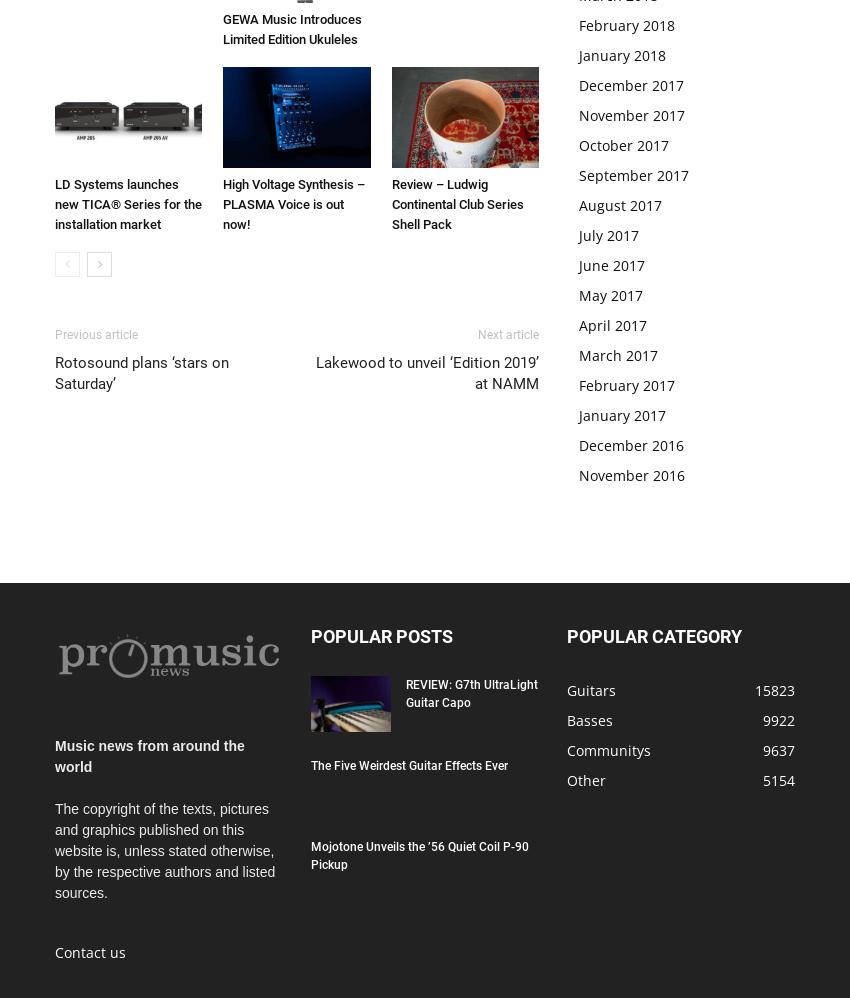 This screenshot has height=998, width=850. Describe the element at coordinates (630, 115) in the screenshot. I see `'November 2017'` at that location.